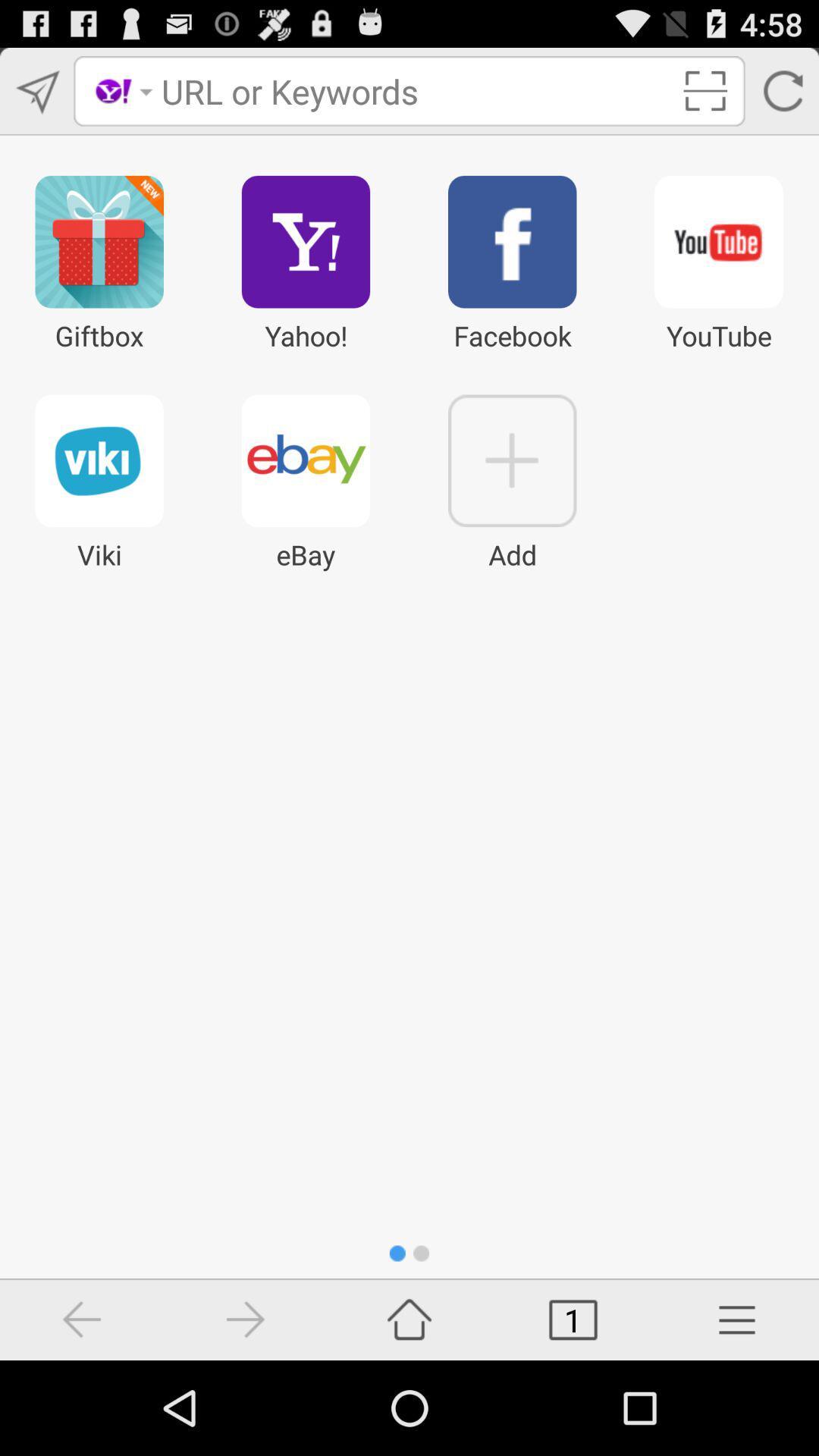 The height and width of the screenshot is (1456, 819). What do you see at coordinates (573, 1319) in the screenshot?
I see `second button from bottom right corner of the page` at bounding box center [573, 1319].